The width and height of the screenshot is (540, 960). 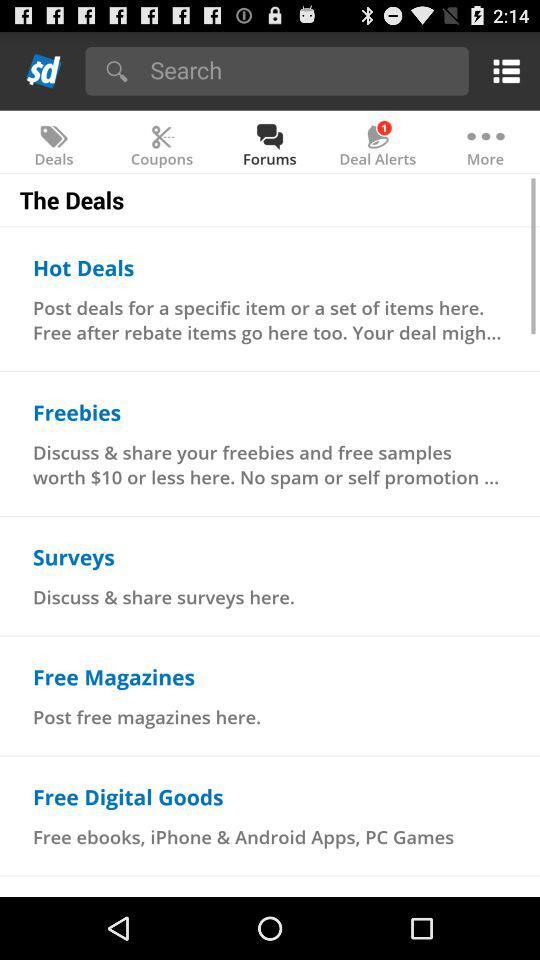 What do you see at coordinates (128, 797) in the screenshot?
I see `item above the free ebooks iphone` at bounding box center [128, 797].